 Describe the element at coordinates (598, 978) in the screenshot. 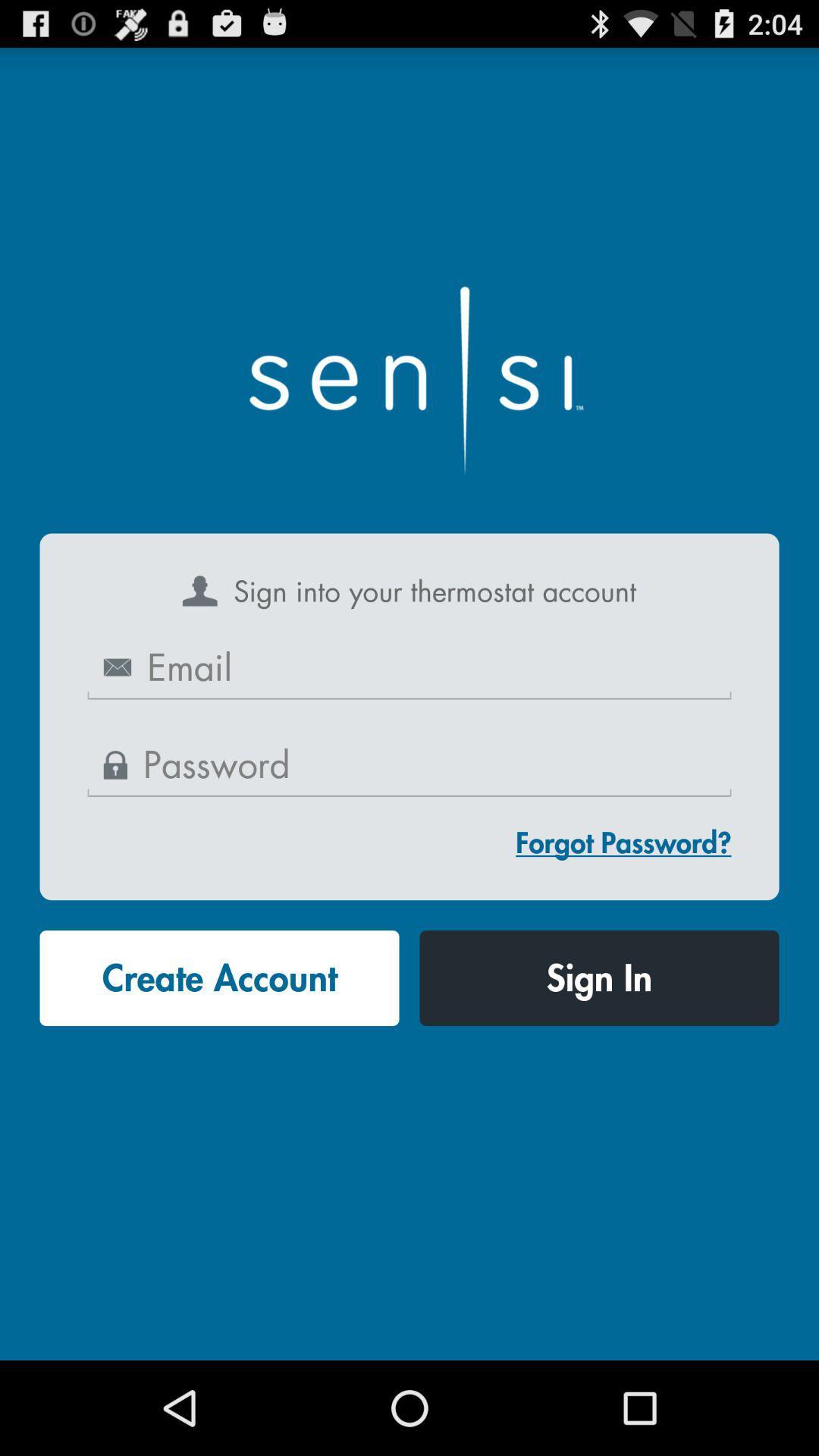

I see `button next to create account icon` at that location.